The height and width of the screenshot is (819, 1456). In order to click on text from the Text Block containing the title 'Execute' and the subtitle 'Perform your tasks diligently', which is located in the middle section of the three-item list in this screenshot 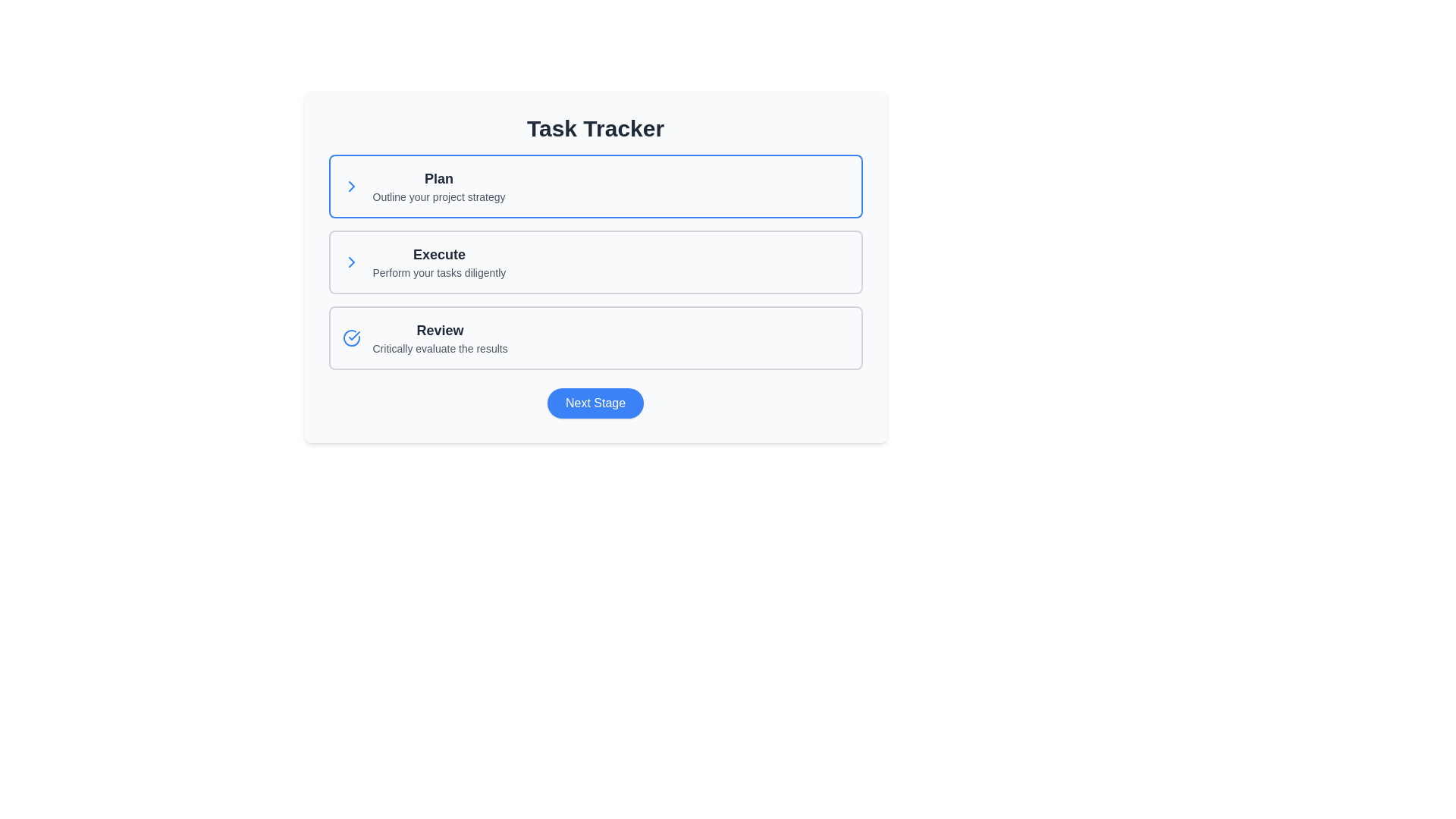, I will do `click(438, 262)`.